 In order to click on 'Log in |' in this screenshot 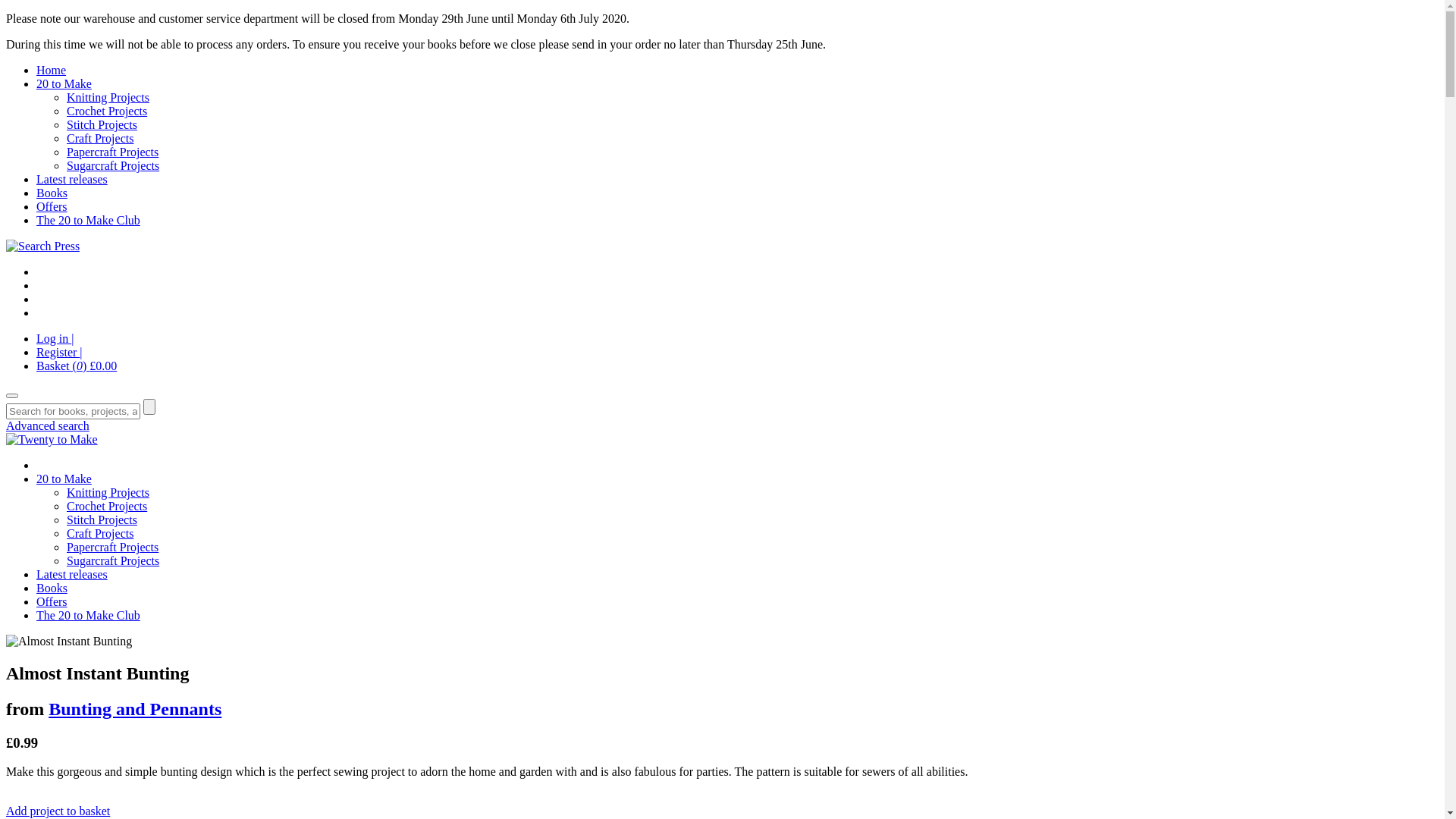, I will do `click(55, 337)`.